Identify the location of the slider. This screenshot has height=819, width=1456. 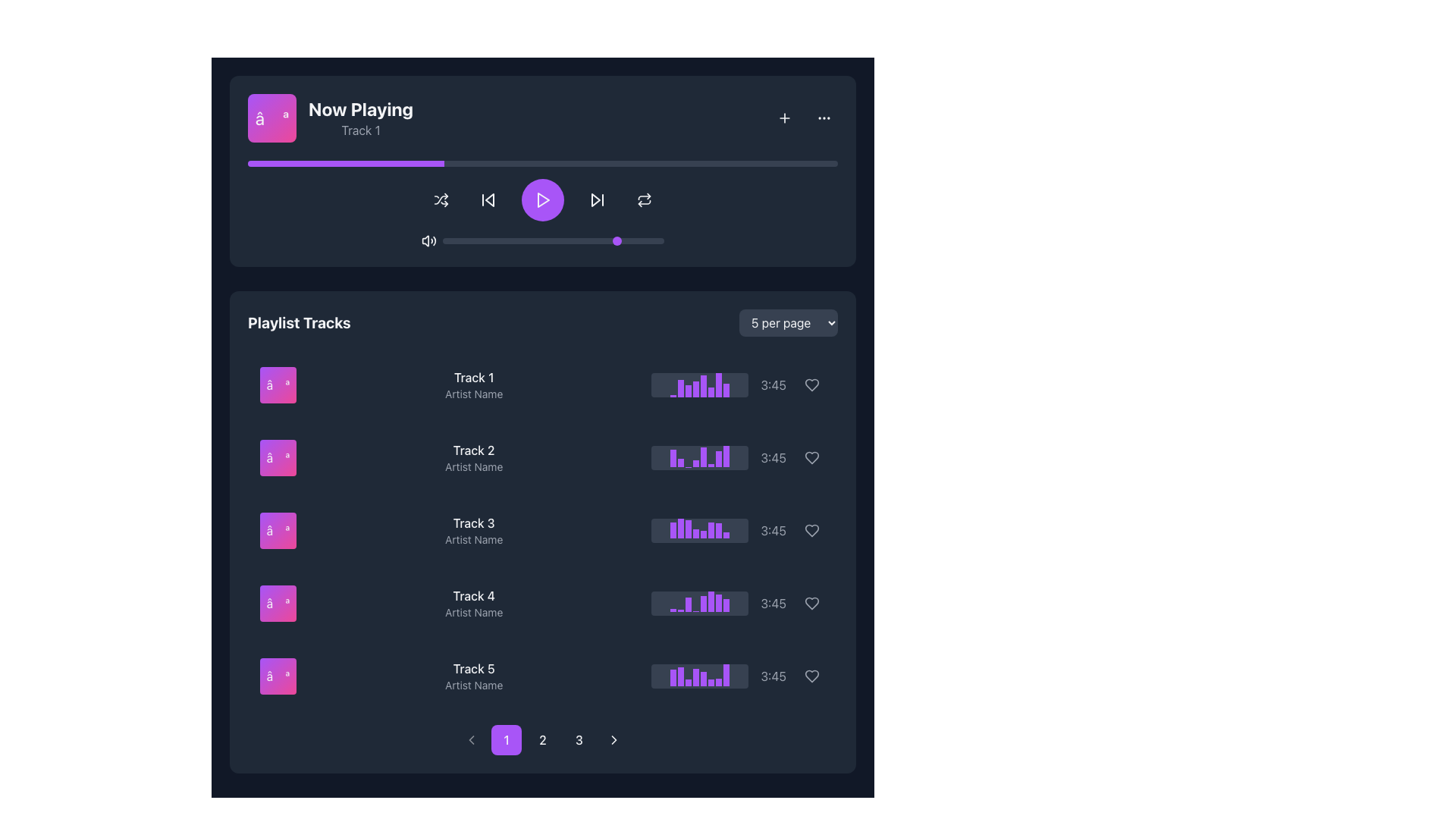
(538, 240).